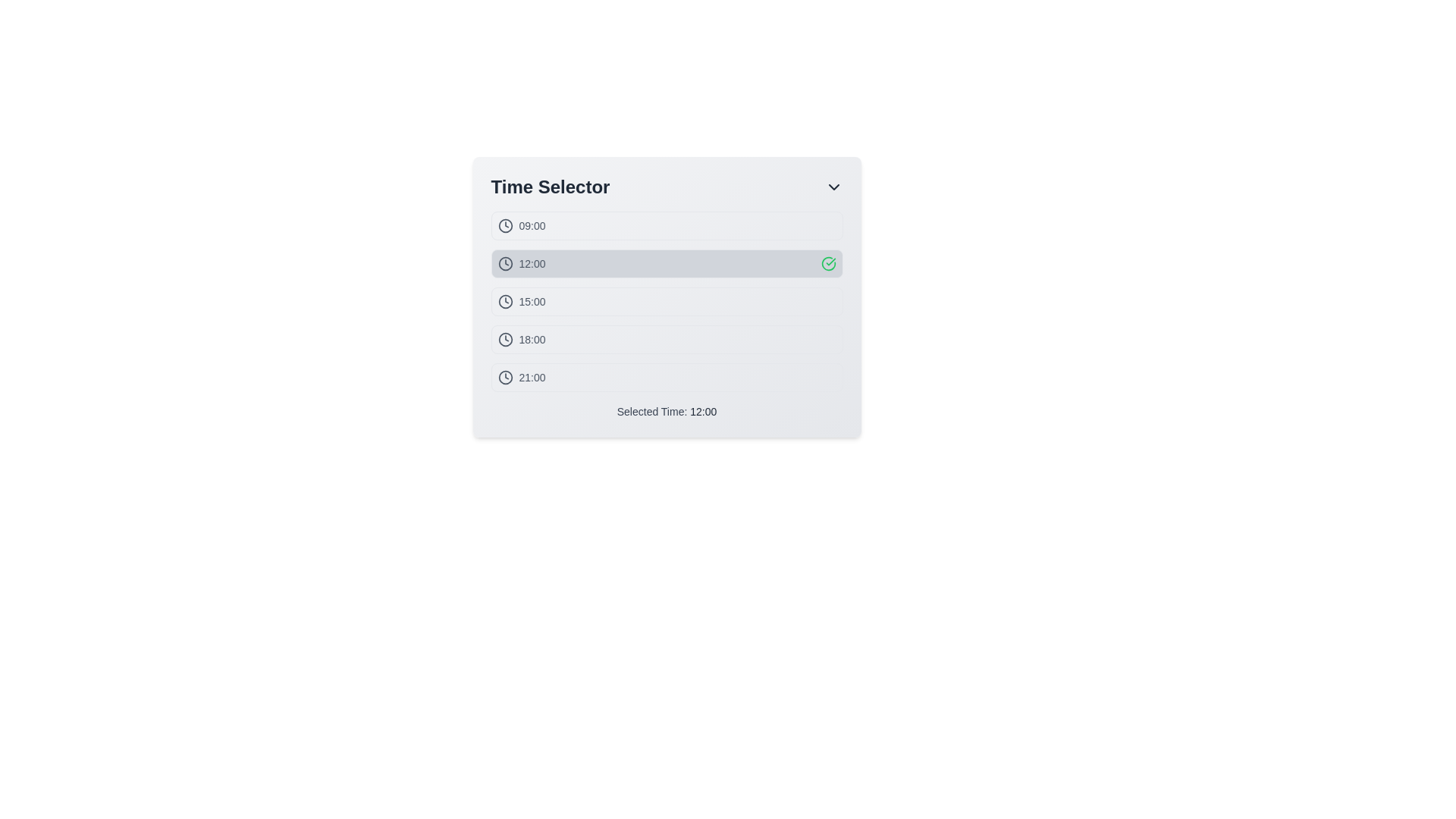 The height and width of the screenshot is (819, 1456). I want to click on the '21:00' time selection button, which is the last element in the vertical list of time options, so click(667, 376).